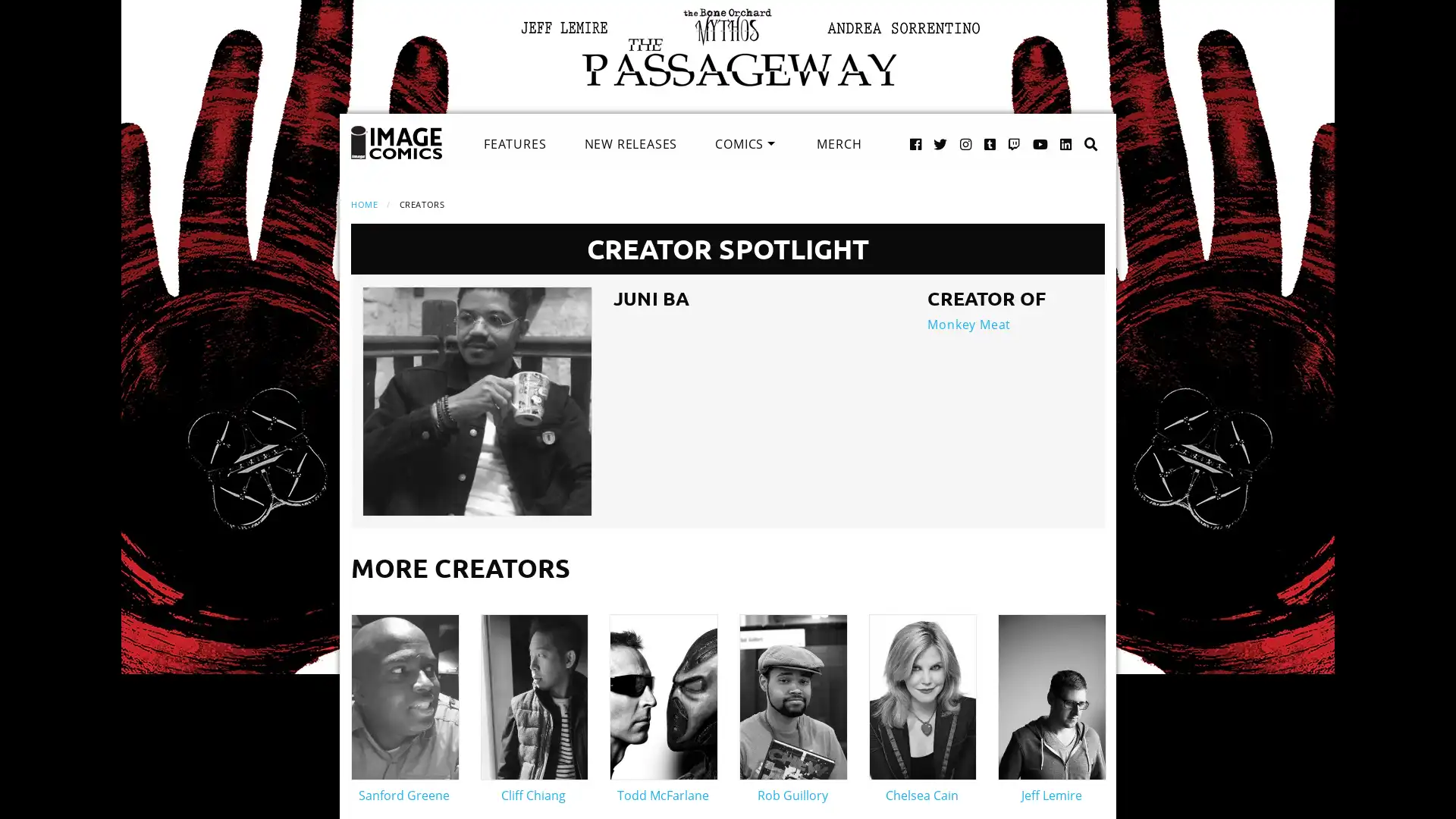 This screenshot has height=819, width=1456. I want to click on Search, so click(1075, 127).